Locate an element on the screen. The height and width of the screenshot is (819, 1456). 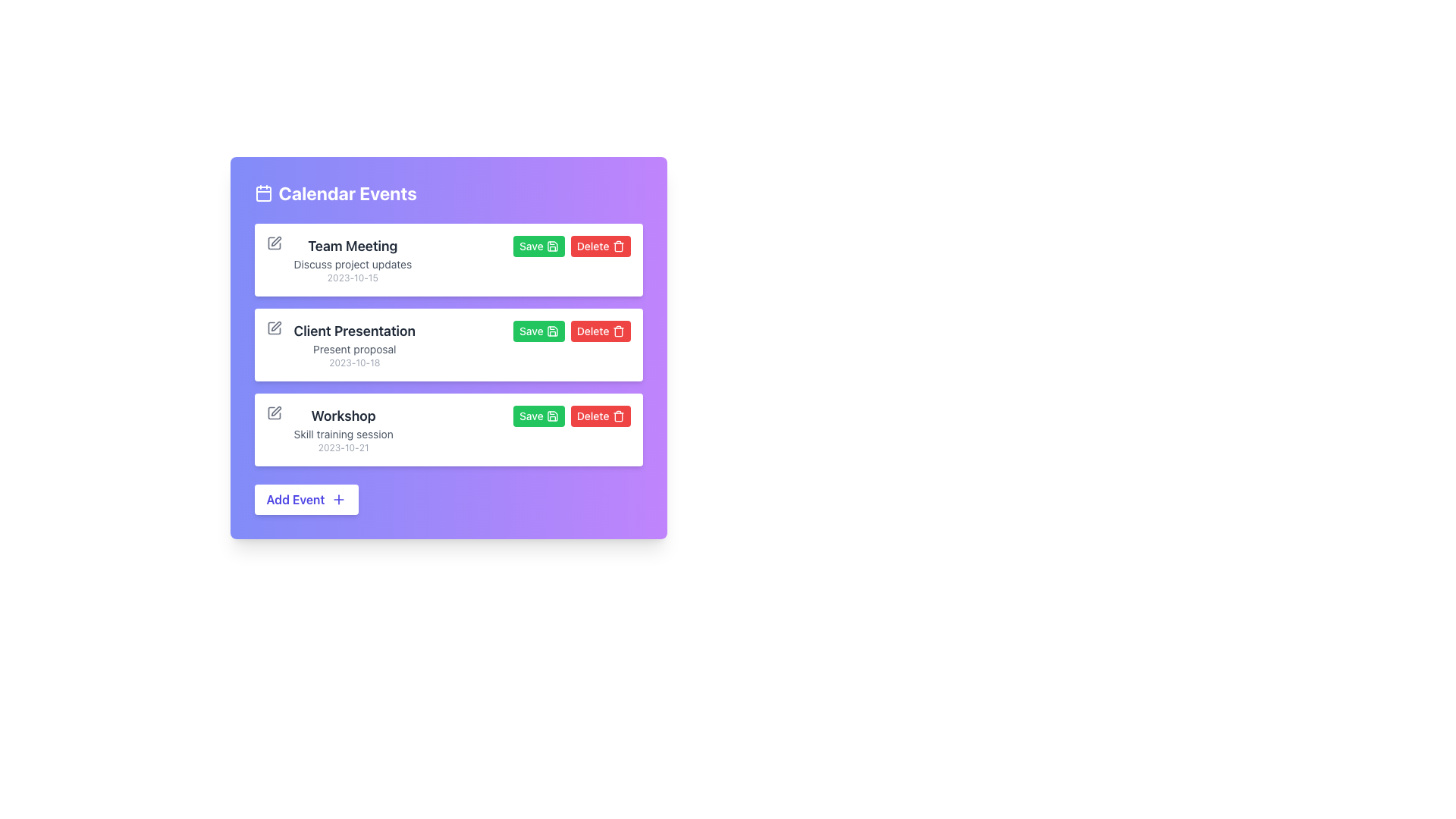
the 'Delete' button with a red background and white text, labeled with a trash can icon is located at coordinates (600, 416).